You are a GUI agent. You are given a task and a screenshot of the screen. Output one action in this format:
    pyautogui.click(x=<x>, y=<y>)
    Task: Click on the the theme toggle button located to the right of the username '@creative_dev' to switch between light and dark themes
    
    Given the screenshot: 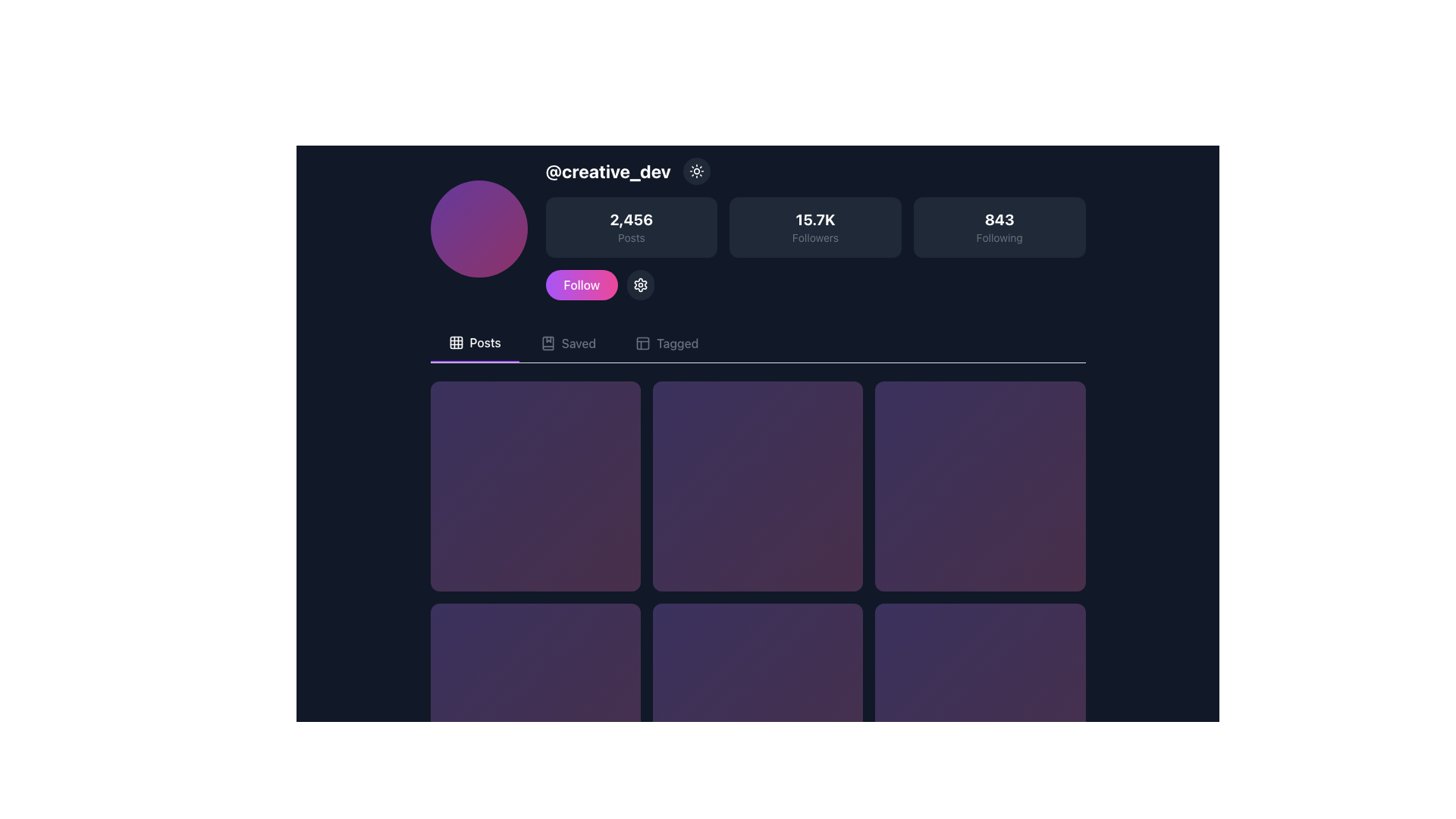 What is the action you would take?
    pyautogui.click(x=695, y=171)
    